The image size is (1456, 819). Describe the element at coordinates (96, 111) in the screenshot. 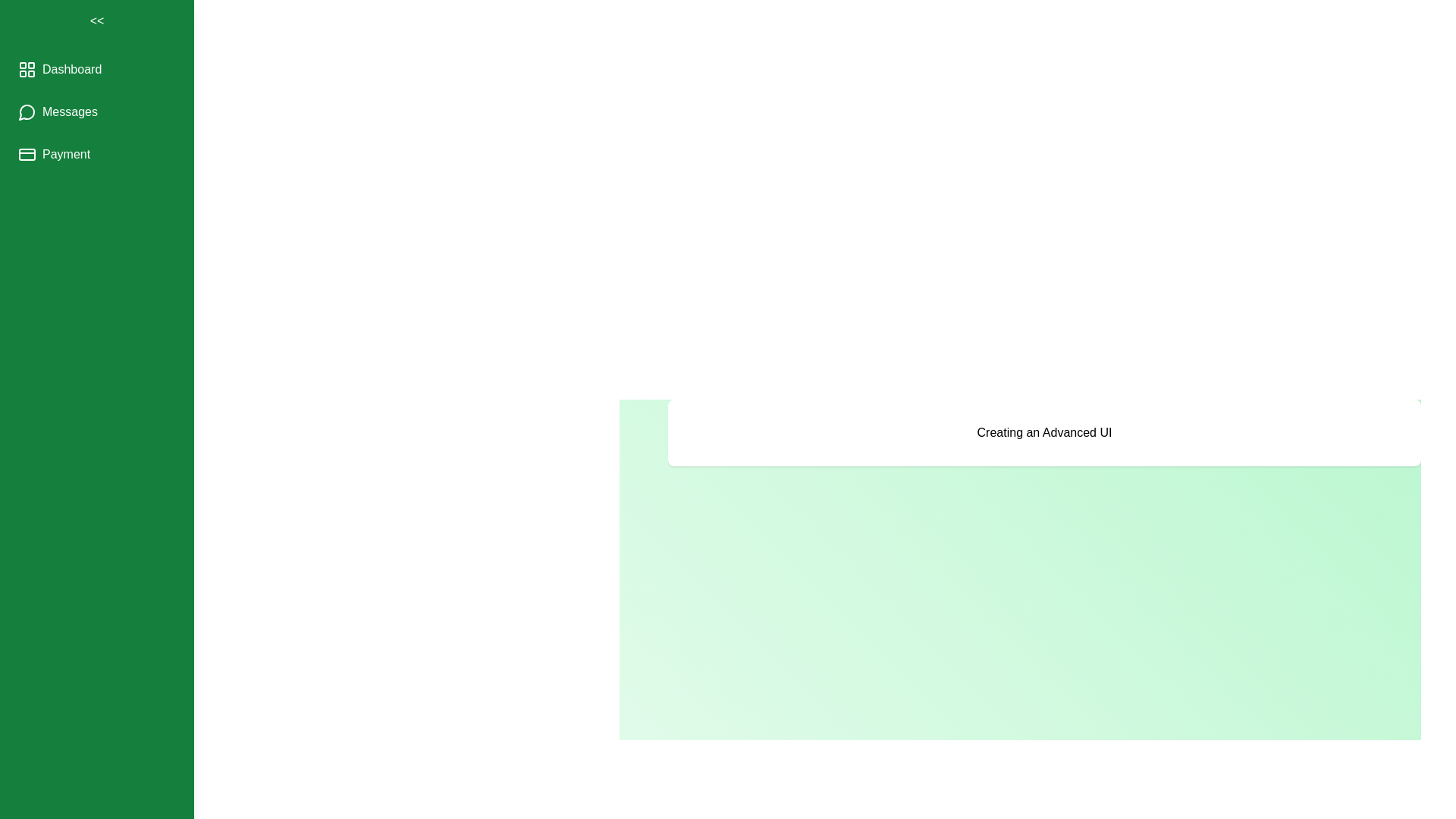

I see `the 'Messages' Text Button with Icon located in the vertical menu of the sidebar, positioned between the 'Dashboard' and 'Payment' items` at that location.